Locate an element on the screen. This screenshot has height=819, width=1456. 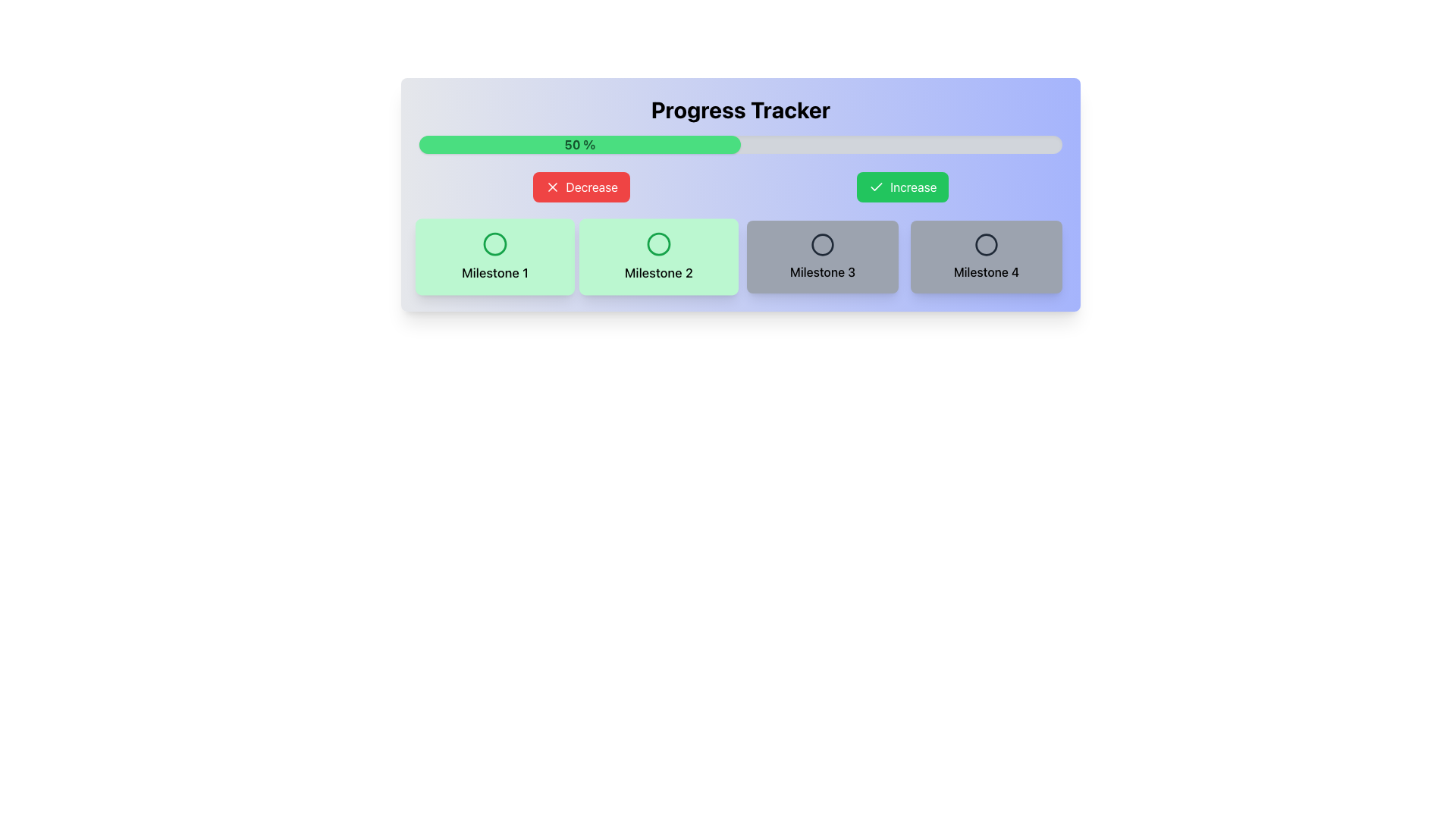
the milestone indicator card, which is the fourth item in a grid layout and located on the far-right side is located at coordinates (986, 256).